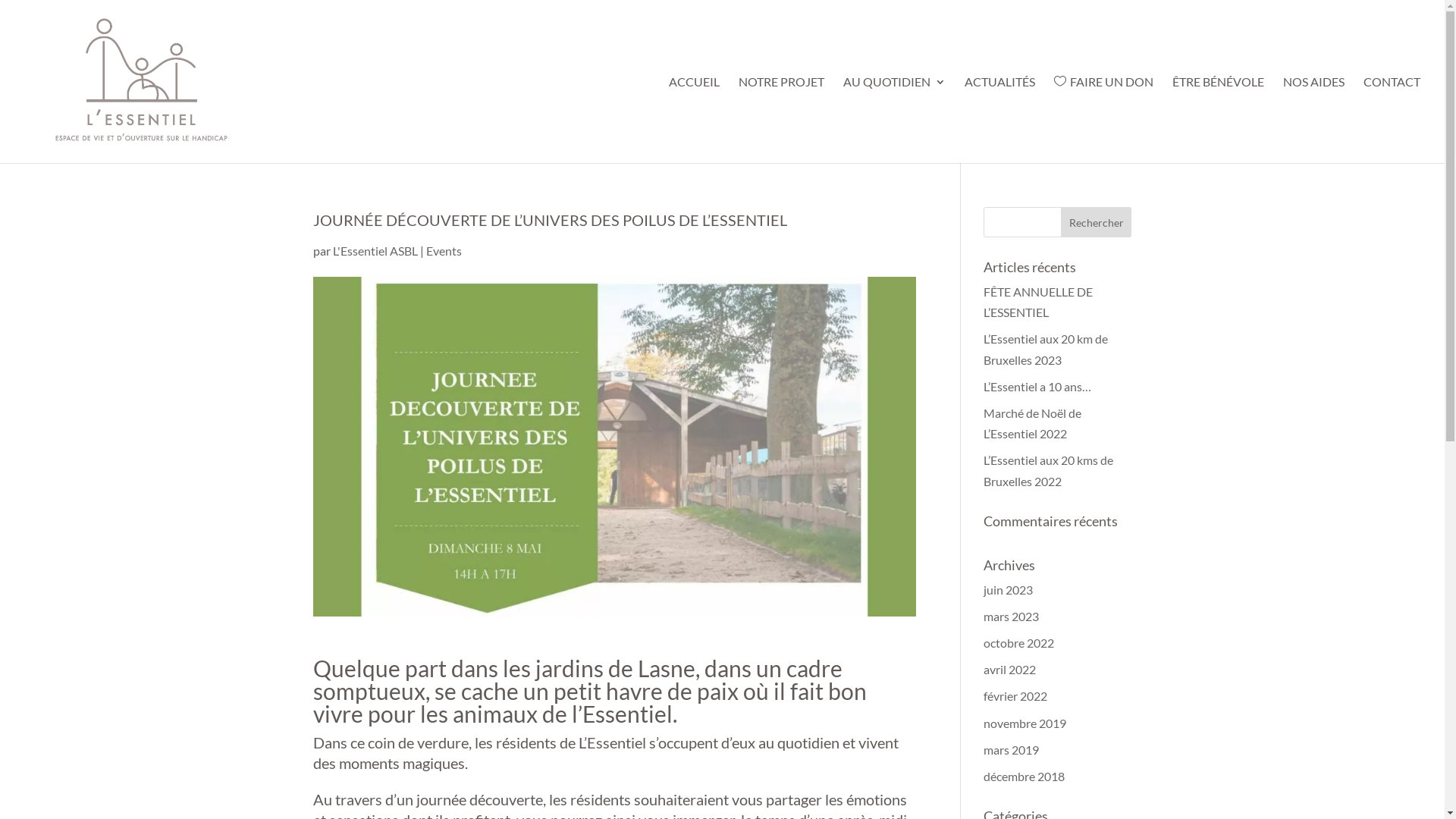 Image resolution: width=1456 pixels, height=819 pixels. What do you see at coordinates (1096, 222) in the screenshot?
I see `'Rechercher'` at bounding box center [1096, 222].